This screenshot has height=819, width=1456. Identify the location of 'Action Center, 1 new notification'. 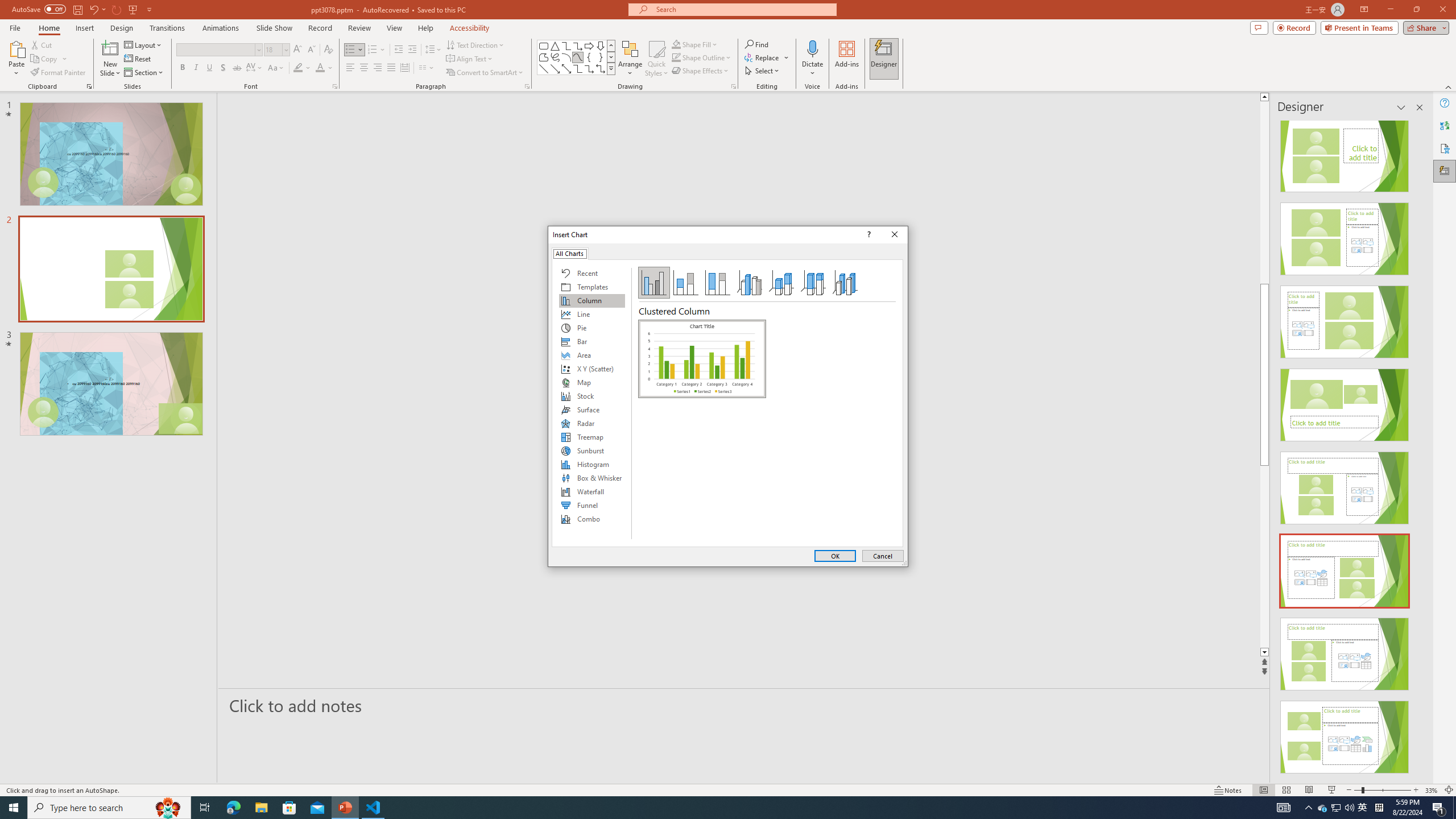
(1439, 806).